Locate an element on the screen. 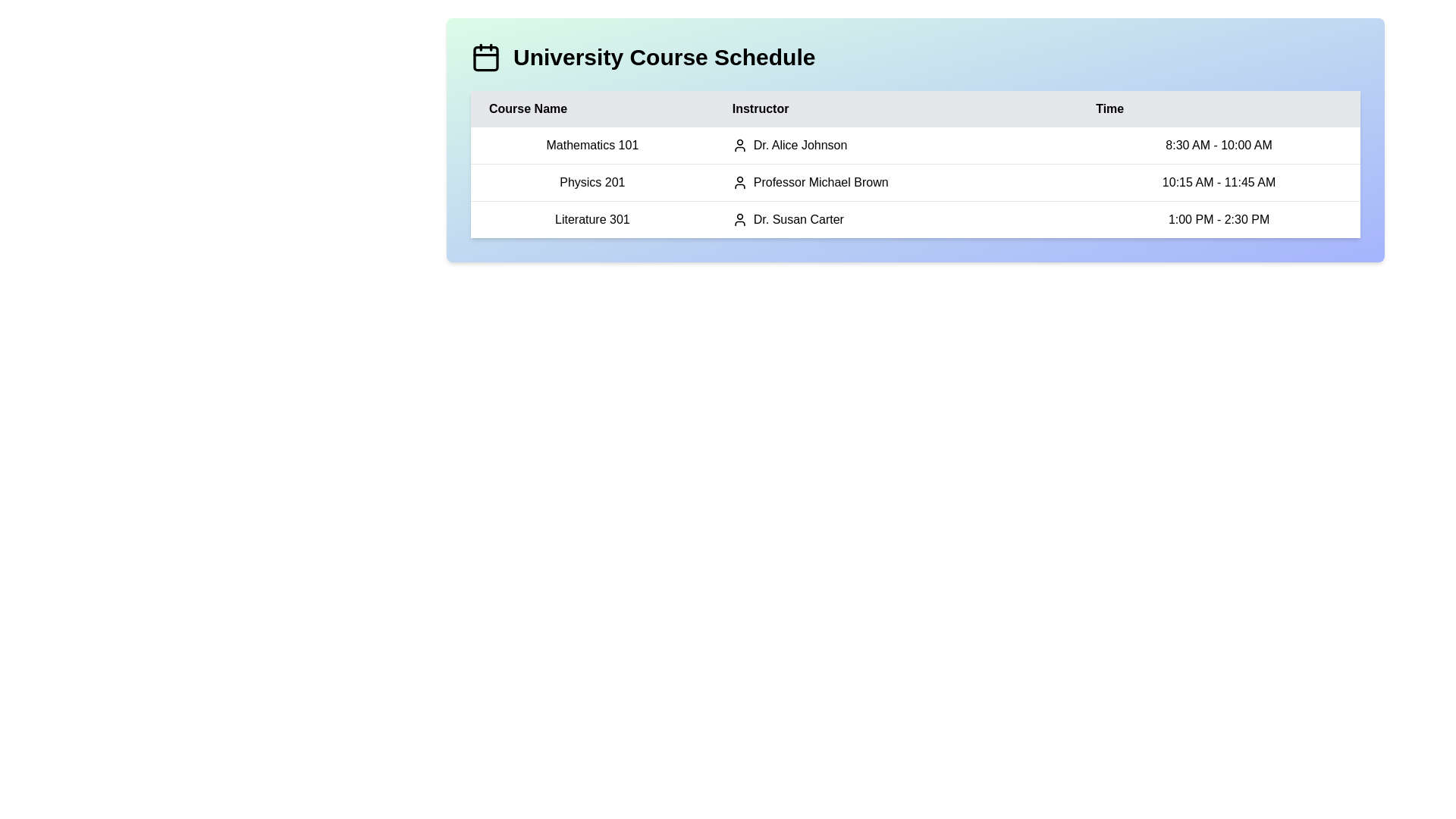  contents of the second row in the University Course Schedule table, which includes the course name 'Physics 201', instructor 'Professor Michael Brown', and time '10:15 AM - 11:45 AM' is located at coordinates (915, 181).